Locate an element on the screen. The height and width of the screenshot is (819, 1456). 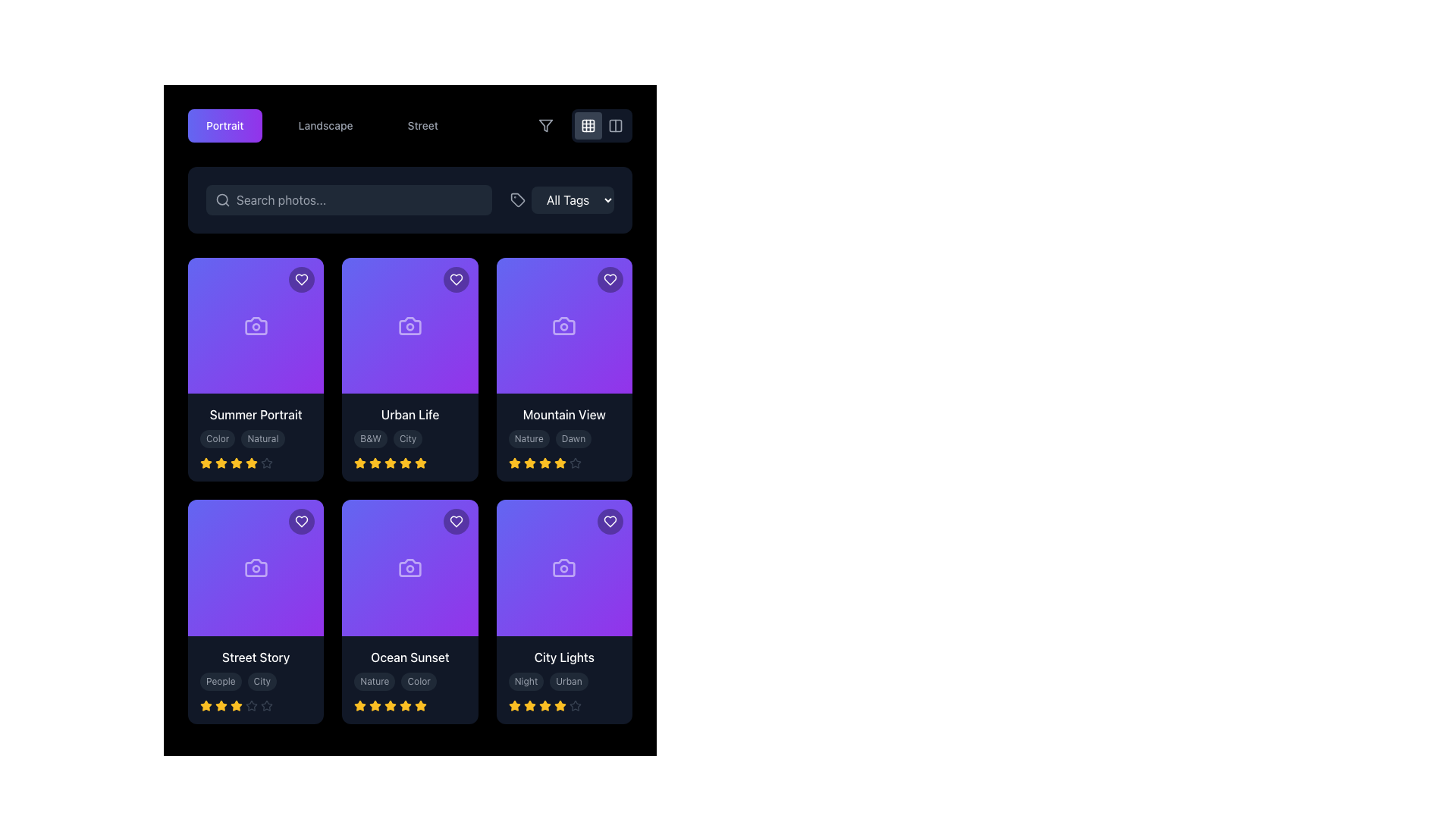
the rating indicator composed of five star icons below the text 'Summer Portrait' to visually associate the rating with the respective item is located at coordinates (256, 463).